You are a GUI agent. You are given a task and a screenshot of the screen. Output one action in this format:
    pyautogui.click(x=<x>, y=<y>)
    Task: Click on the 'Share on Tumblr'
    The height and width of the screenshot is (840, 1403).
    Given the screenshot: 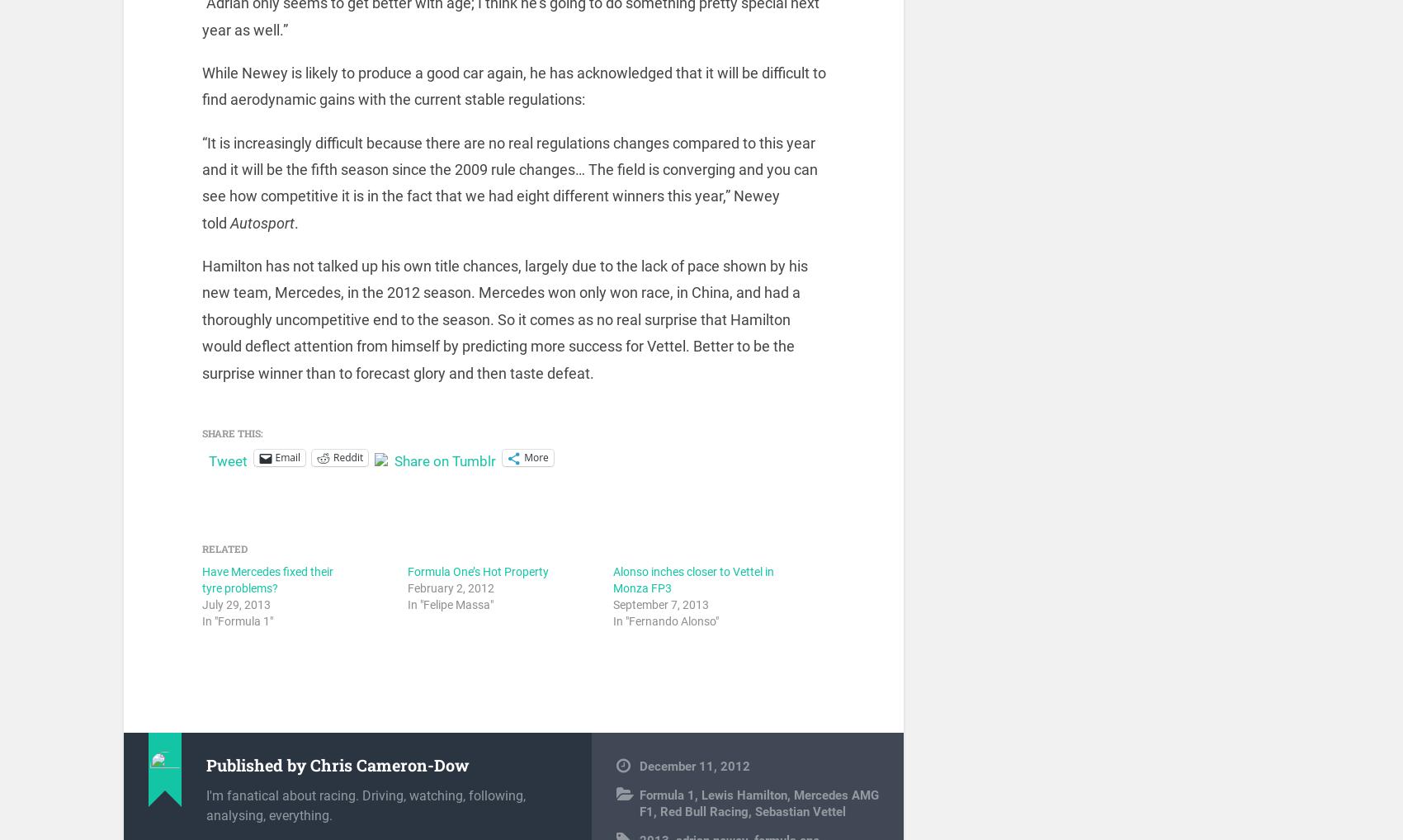 What is the action you would take?
    pyautogui.click(x=444, y=470)
    